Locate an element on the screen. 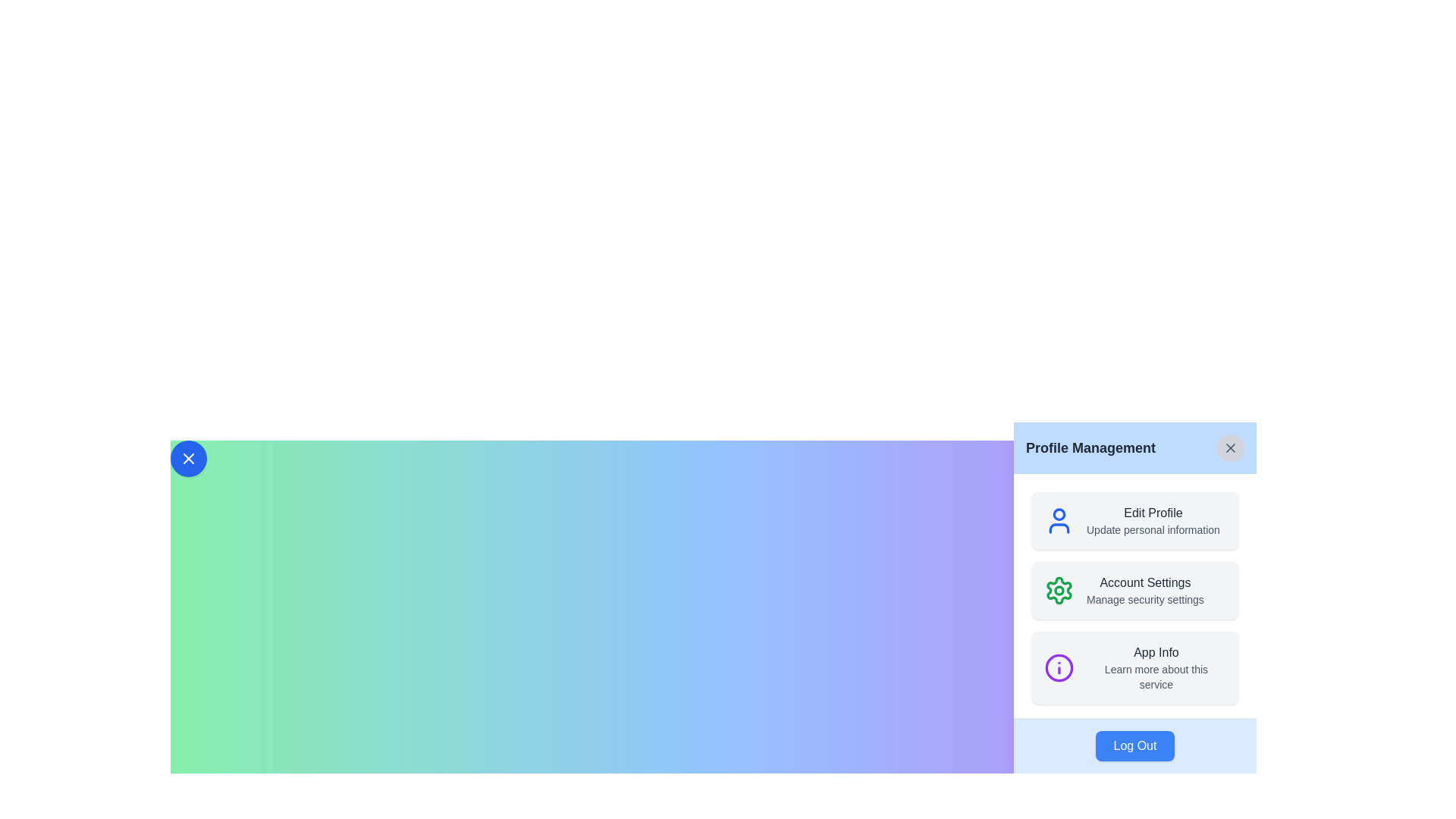  the logout button located at the bottom center of the sidebar to log out the user from the application is located at coordinates (1135, 745).